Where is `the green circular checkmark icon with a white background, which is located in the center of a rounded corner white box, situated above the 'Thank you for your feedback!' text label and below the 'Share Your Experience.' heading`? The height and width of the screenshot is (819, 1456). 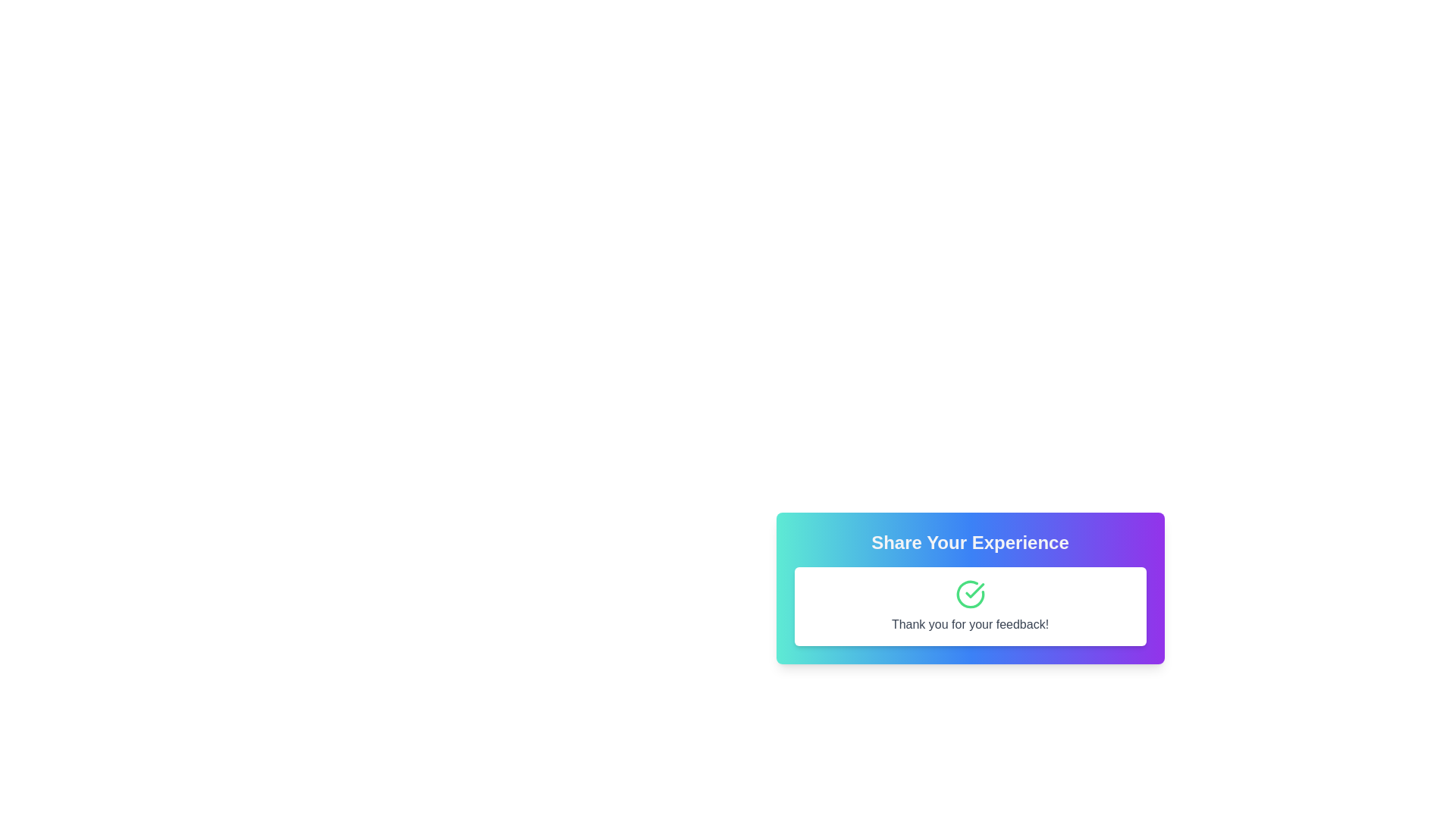
the green circular checkmark icon with a white background, which is located in the center of a rounded corner white box, situated above the 'Thank you for your feedback!' text label and below the 'Share Your Experience.' heading is located at coordinates (969, 593).